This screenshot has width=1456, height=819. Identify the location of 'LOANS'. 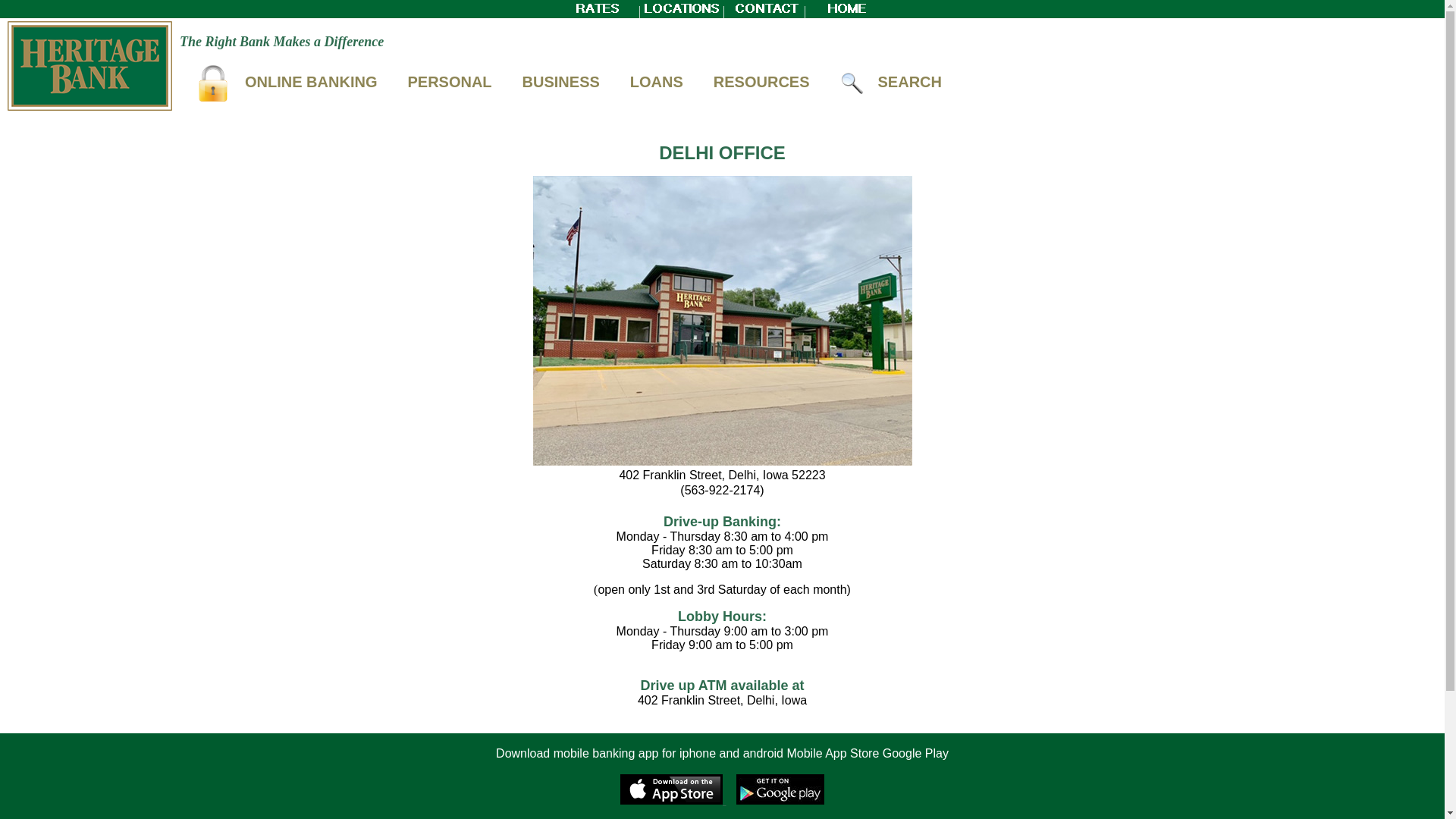
(615, 82).